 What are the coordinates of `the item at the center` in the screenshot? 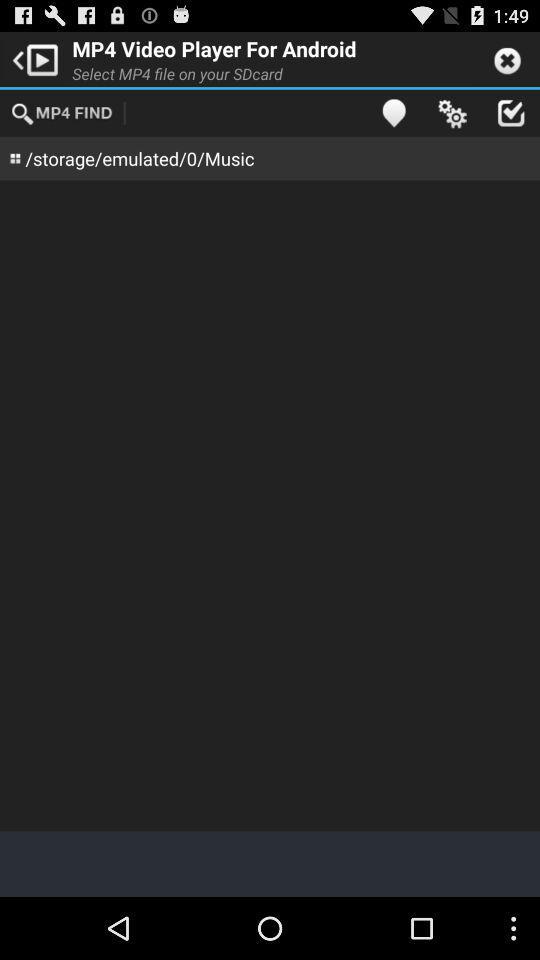 It's located at (270, 504).